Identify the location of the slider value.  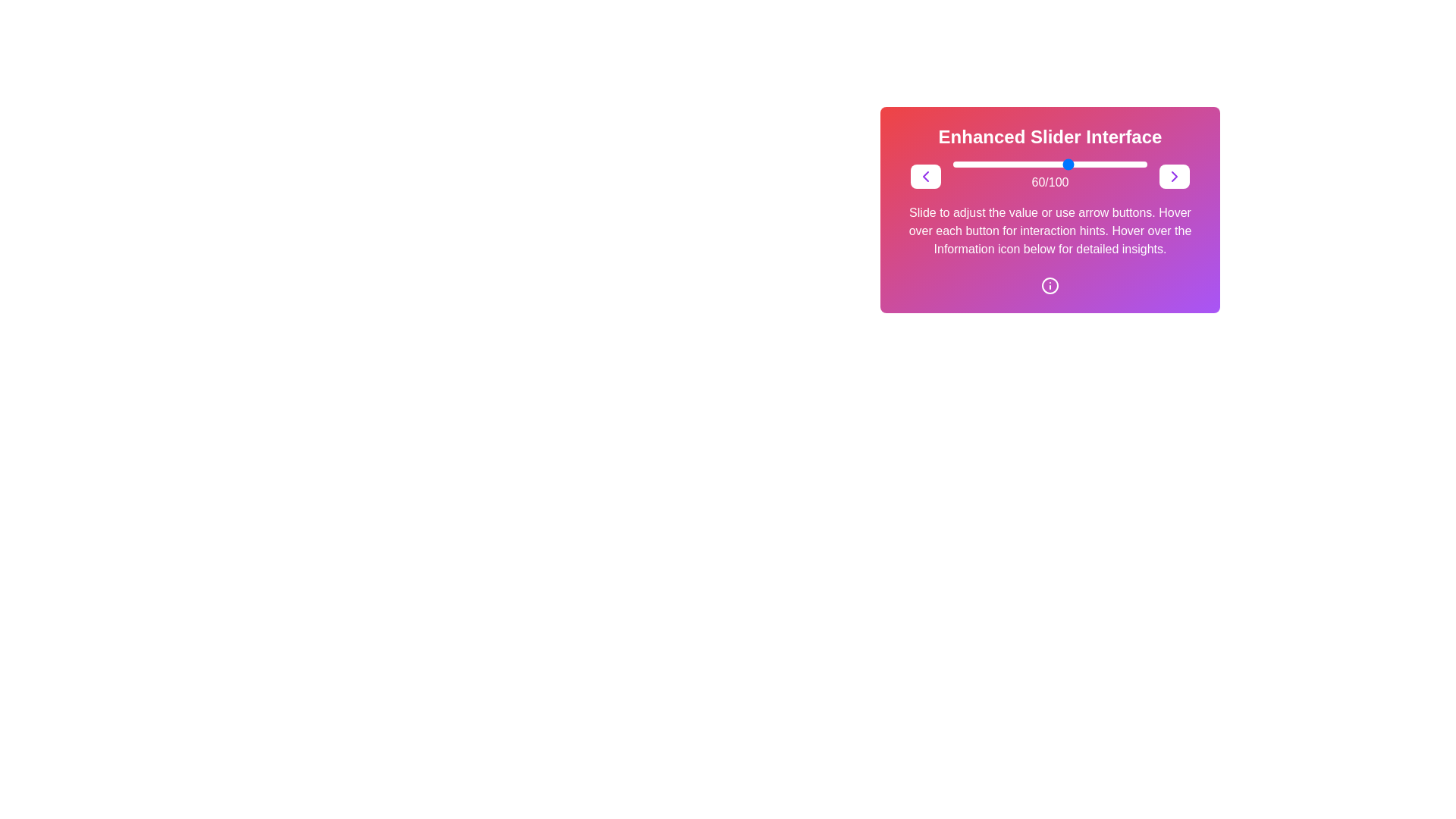
(1050, 164).